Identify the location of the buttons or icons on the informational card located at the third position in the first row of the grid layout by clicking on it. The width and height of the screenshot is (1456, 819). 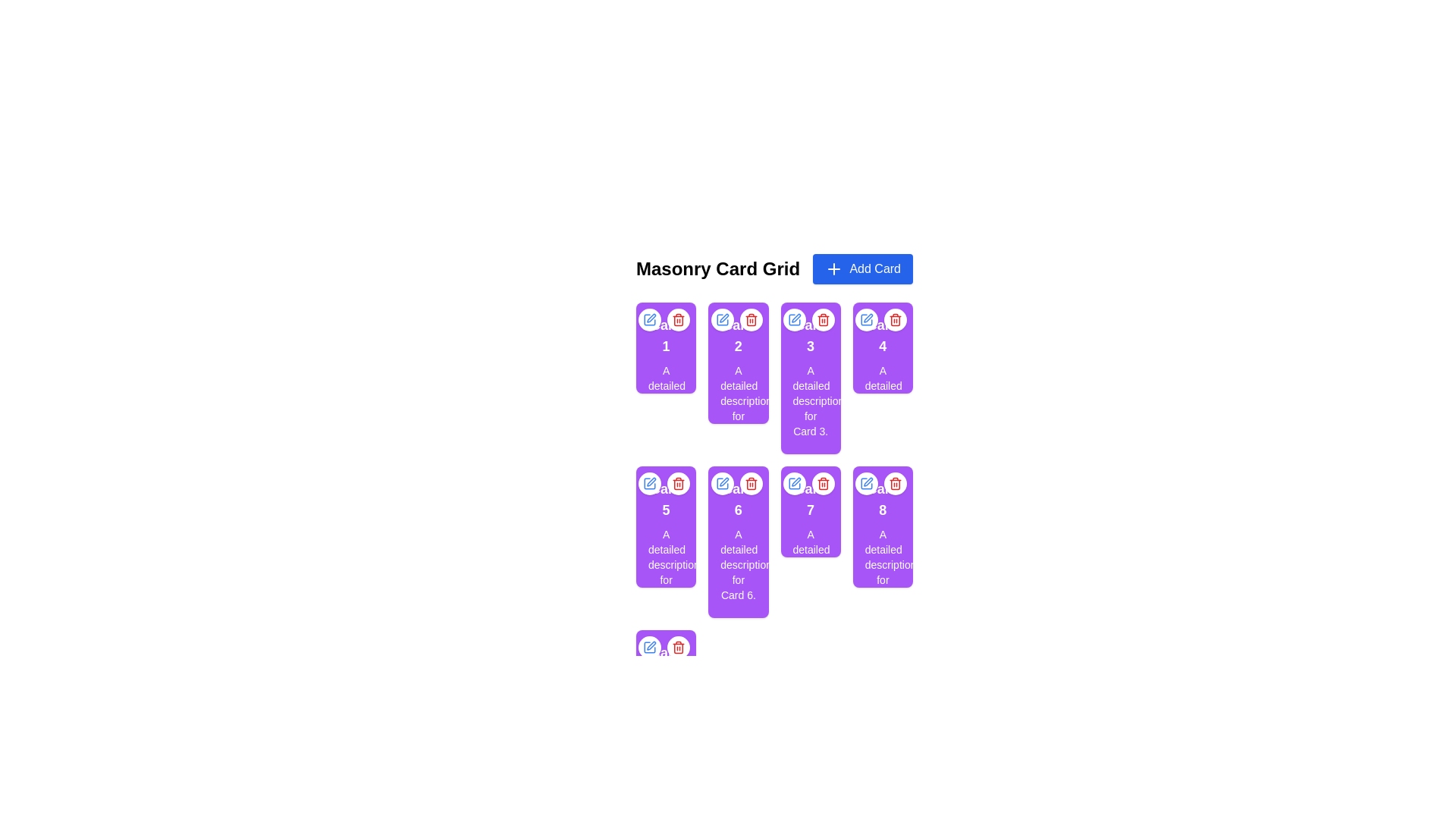
(810, 377).